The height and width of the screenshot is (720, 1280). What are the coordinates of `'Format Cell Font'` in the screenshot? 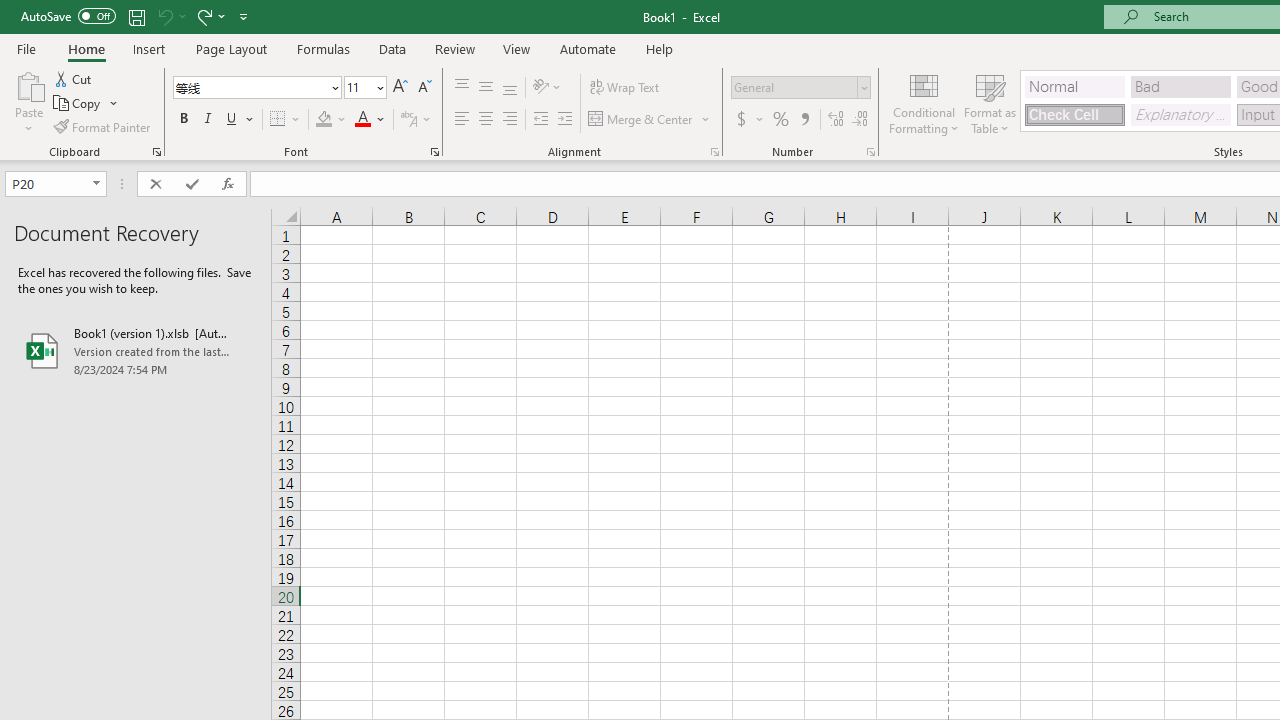 It's located at (434, 150).